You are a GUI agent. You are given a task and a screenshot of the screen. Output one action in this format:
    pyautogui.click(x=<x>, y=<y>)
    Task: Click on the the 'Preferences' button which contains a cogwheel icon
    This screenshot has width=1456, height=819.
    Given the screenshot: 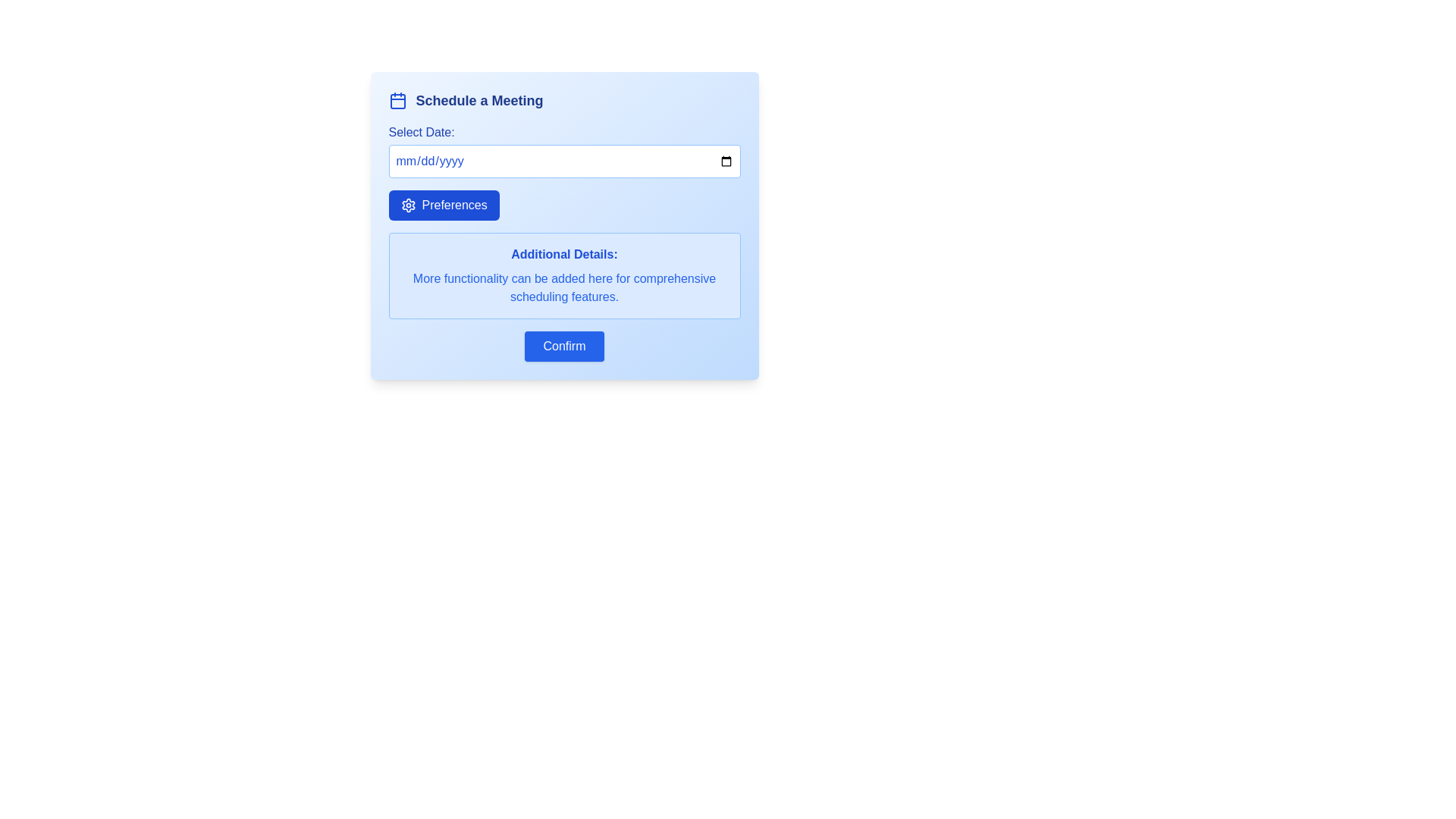 What is the action you would take?
    pyautogui.click(x=408, y=205)
    